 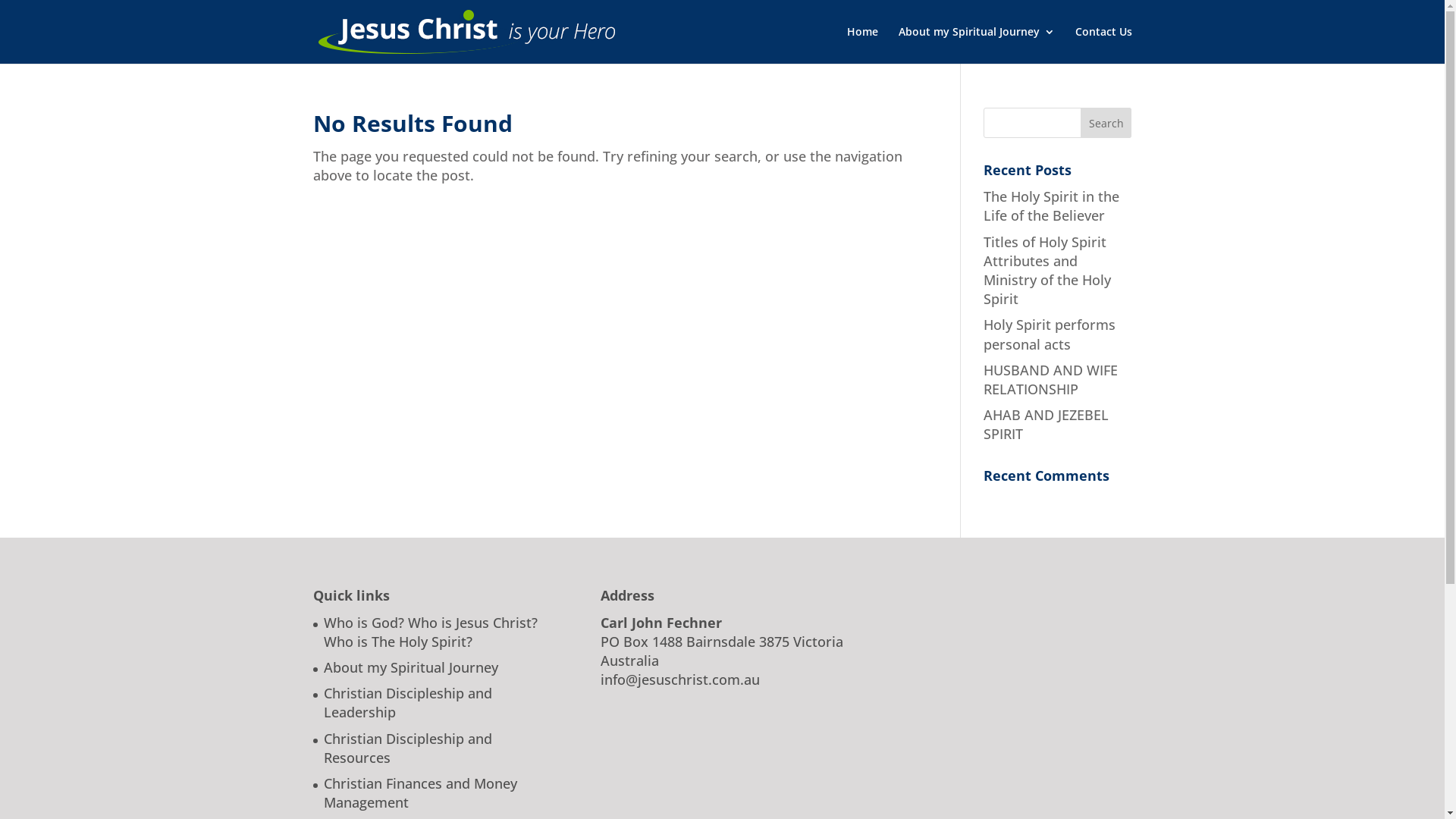 I want to click on 'AHAB AND JEZEBEL SPIRIT', so click(x=983, y=424).